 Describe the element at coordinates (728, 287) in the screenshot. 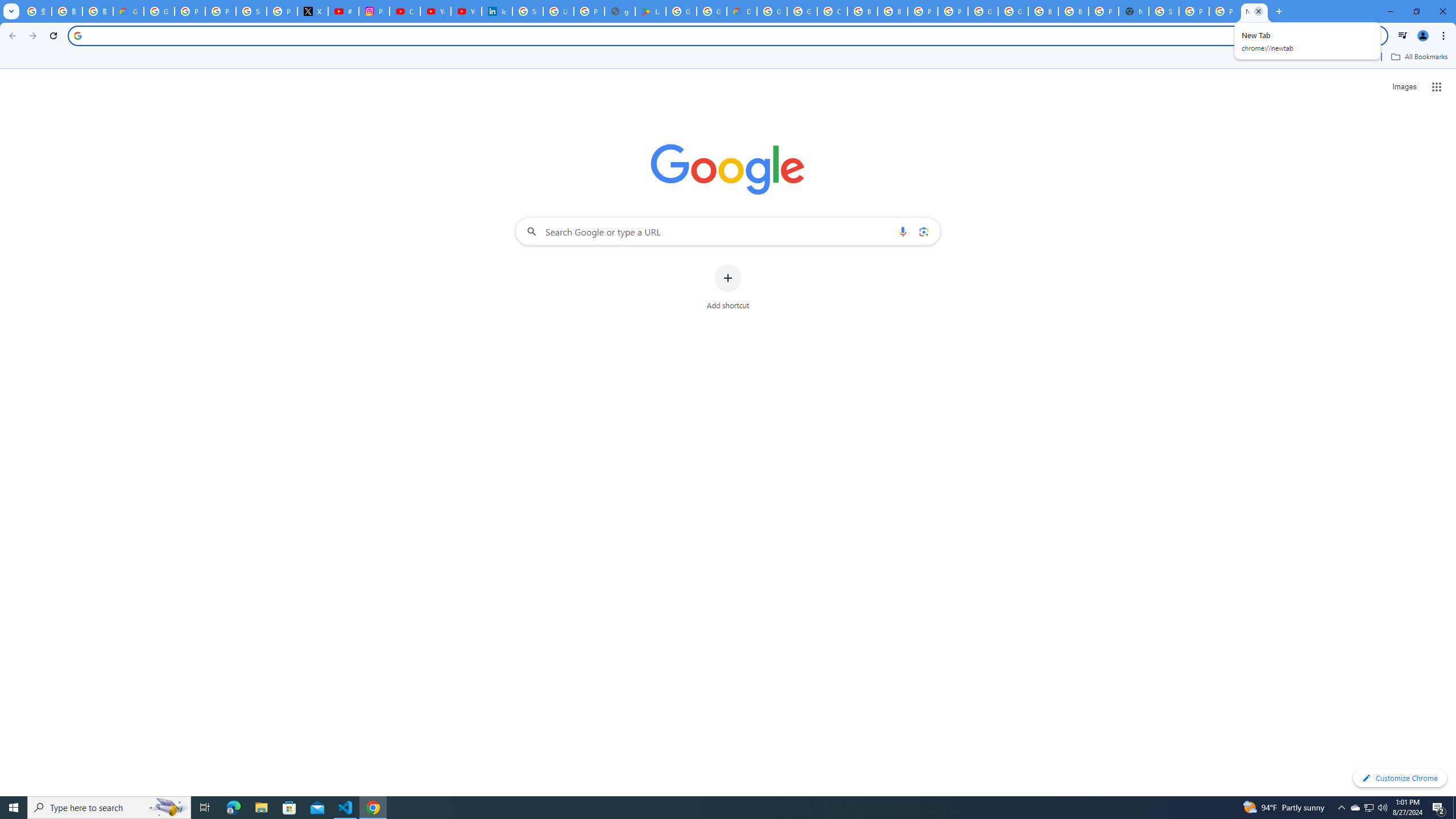

I see `'Add shortcut'` at that location.